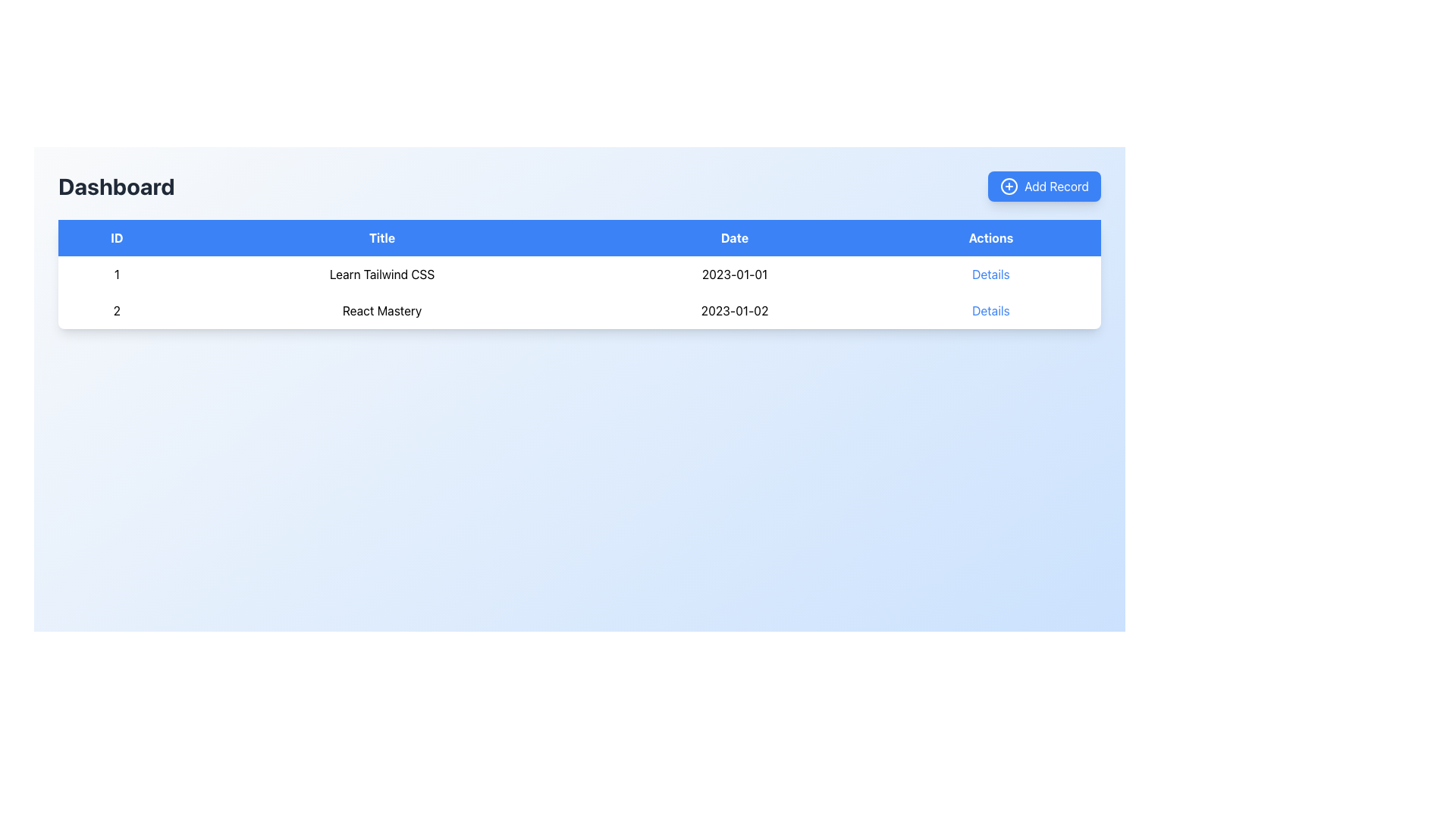 This screenshot has width=1456, height=819. What do you see at coordinates (579, 309) in the screenshot?
I see `the second row of the table displaying lesson data, which includes the title 'React Mastery'` at bounding box center [579, 309].